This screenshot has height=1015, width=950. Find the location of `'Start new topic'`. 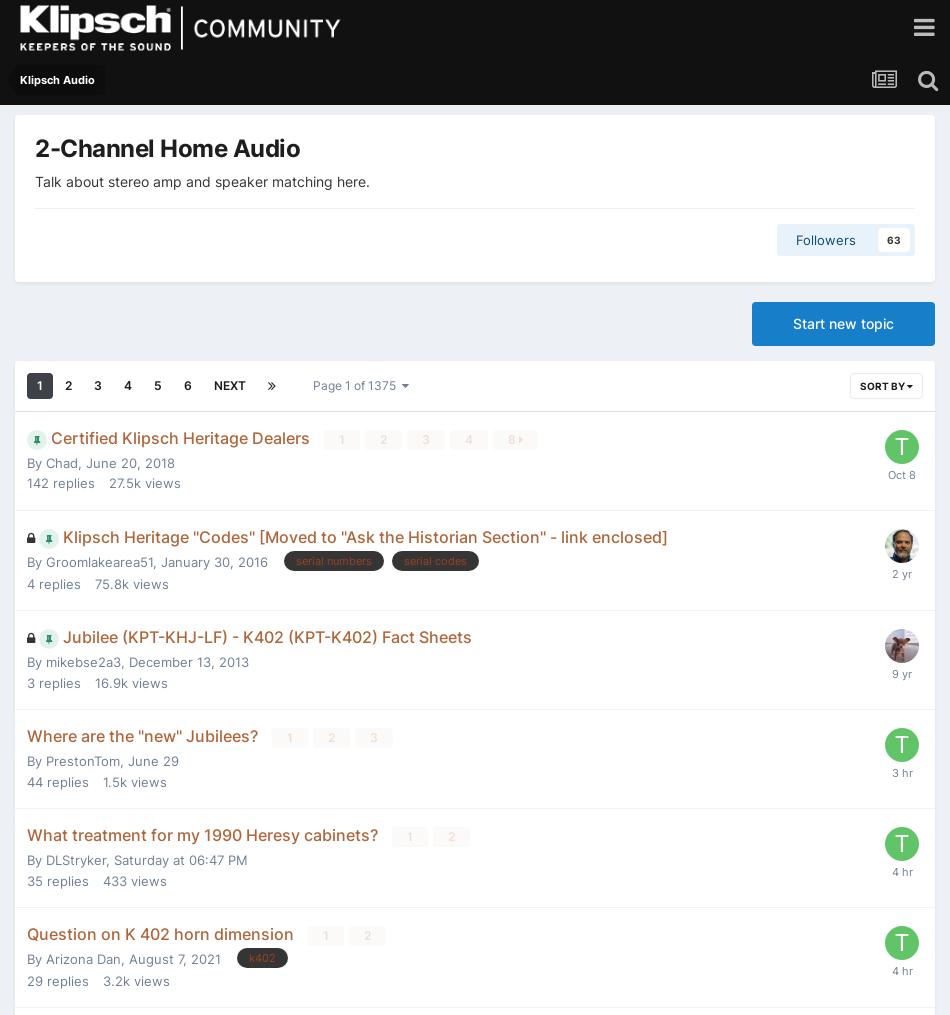

'Start new topic' is located at coordinates (842, 321).